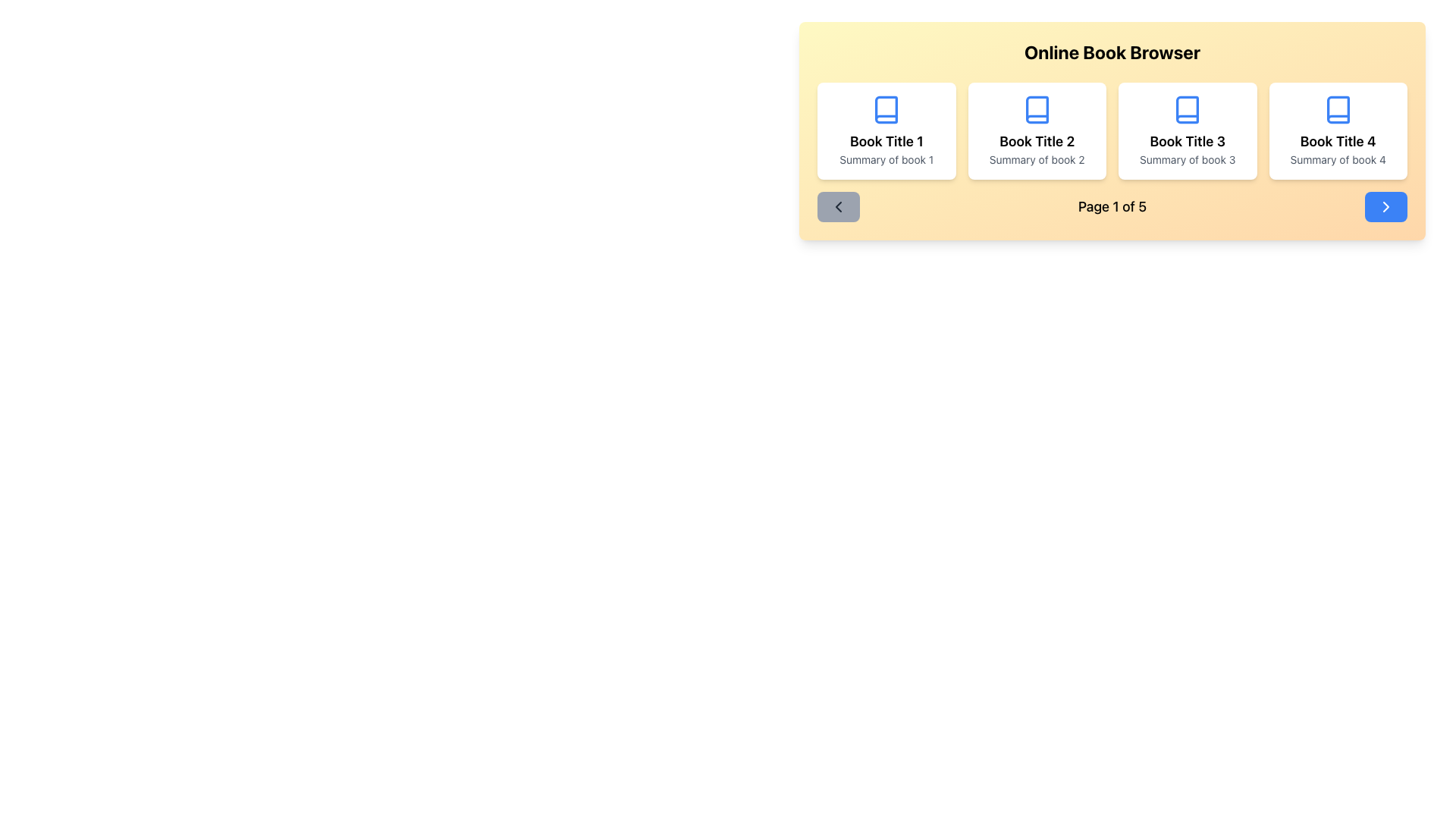 This screenshot has height=819, width=1456. Describe the element at coordinates (1338, 109) in the screenshot. I see `the blue outlined book icon located at the top of the fourth card in a horizontally aligned grid` at that location.